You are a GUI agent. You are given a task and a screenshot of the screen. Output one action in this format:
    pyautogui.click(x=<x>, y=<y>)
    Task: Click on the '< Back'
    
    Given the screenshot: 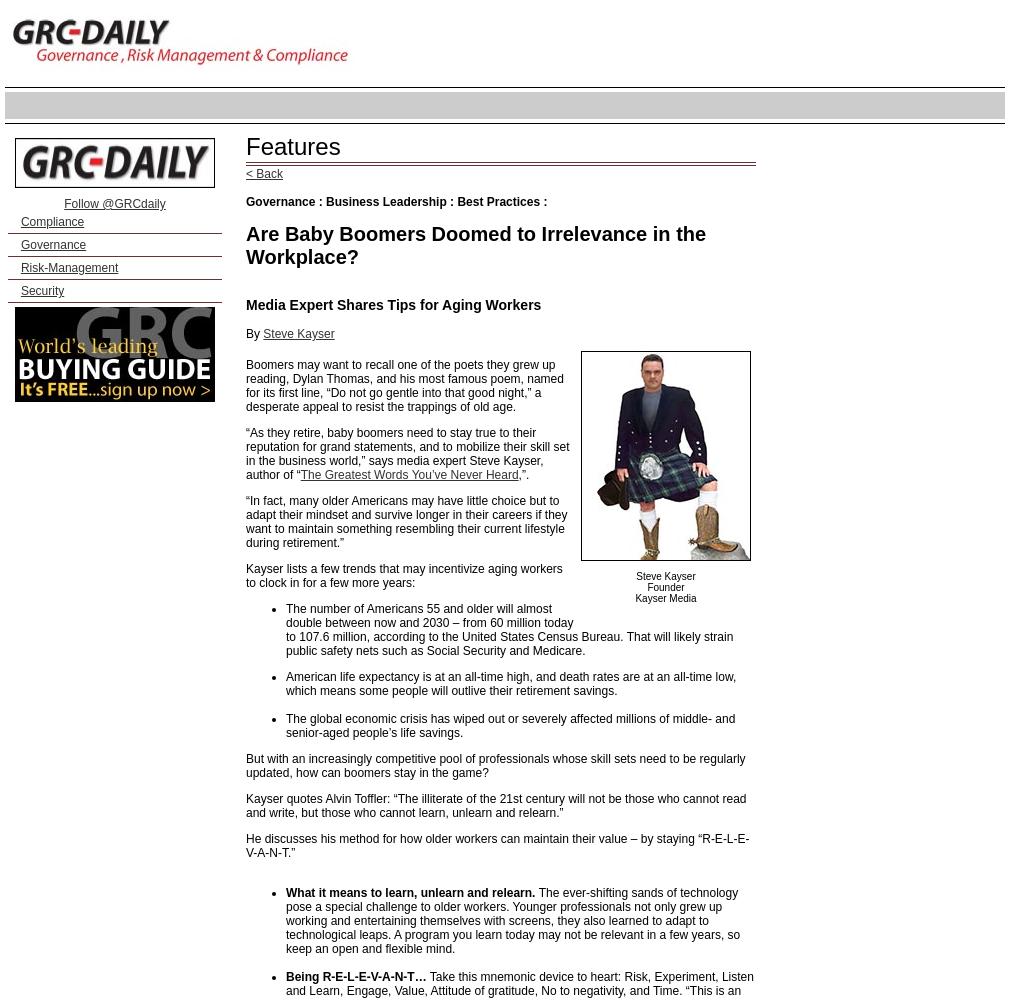 What is the action you would take?
    pyautogui.click(x=245, y=174)
    